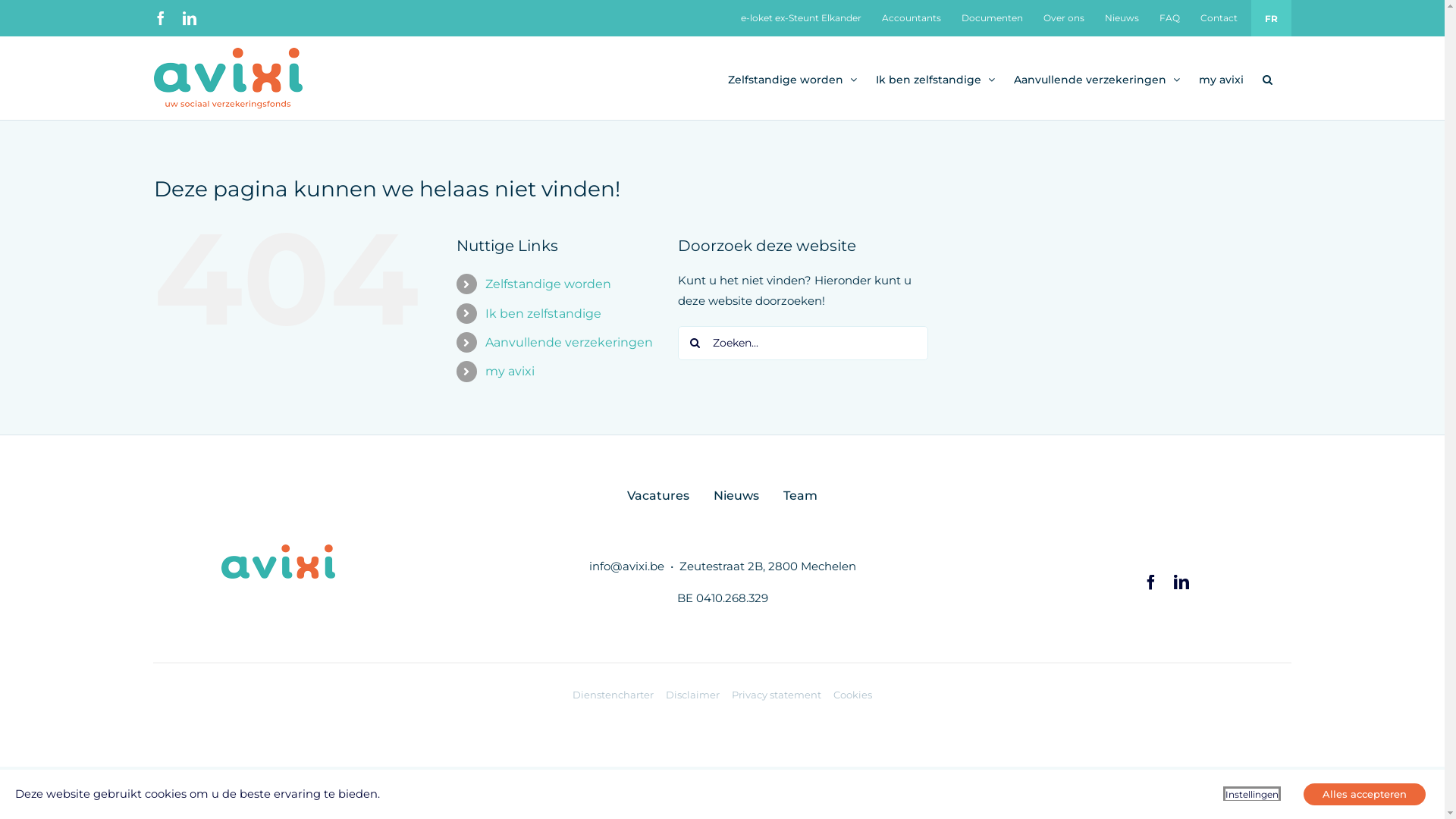 This screenshot has width=1456, height=819. Describe the element at coordinates (736, 496) in the screenshot. I see `'Nieuws'` at that location.